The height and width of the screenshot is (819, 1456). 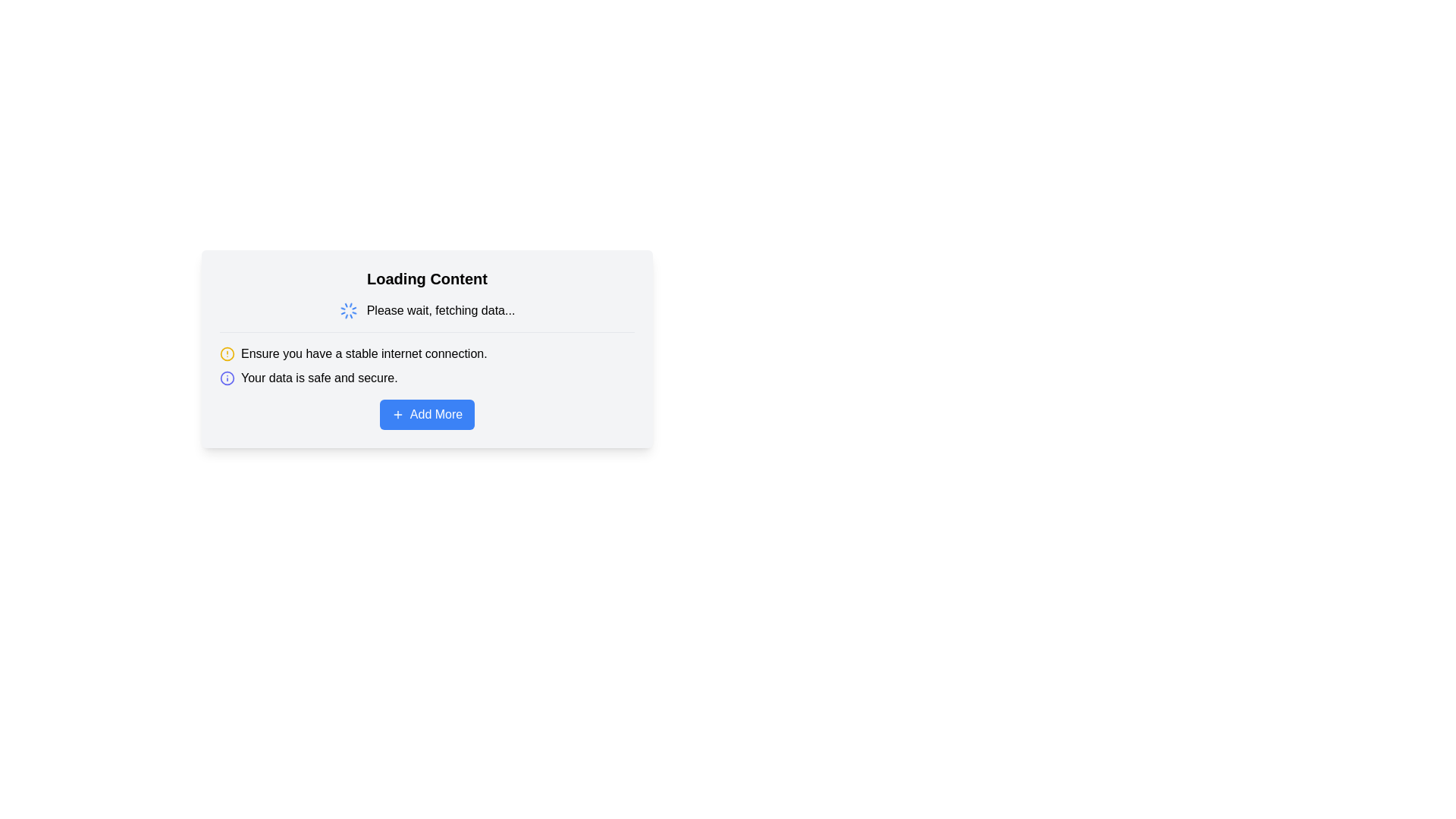 What do you see at coordinates (226, 377) in the screenshot?
I see `the information icon positioned to the left of the text 'Your data is safe and secure.'` at bounding box center [226, 377].